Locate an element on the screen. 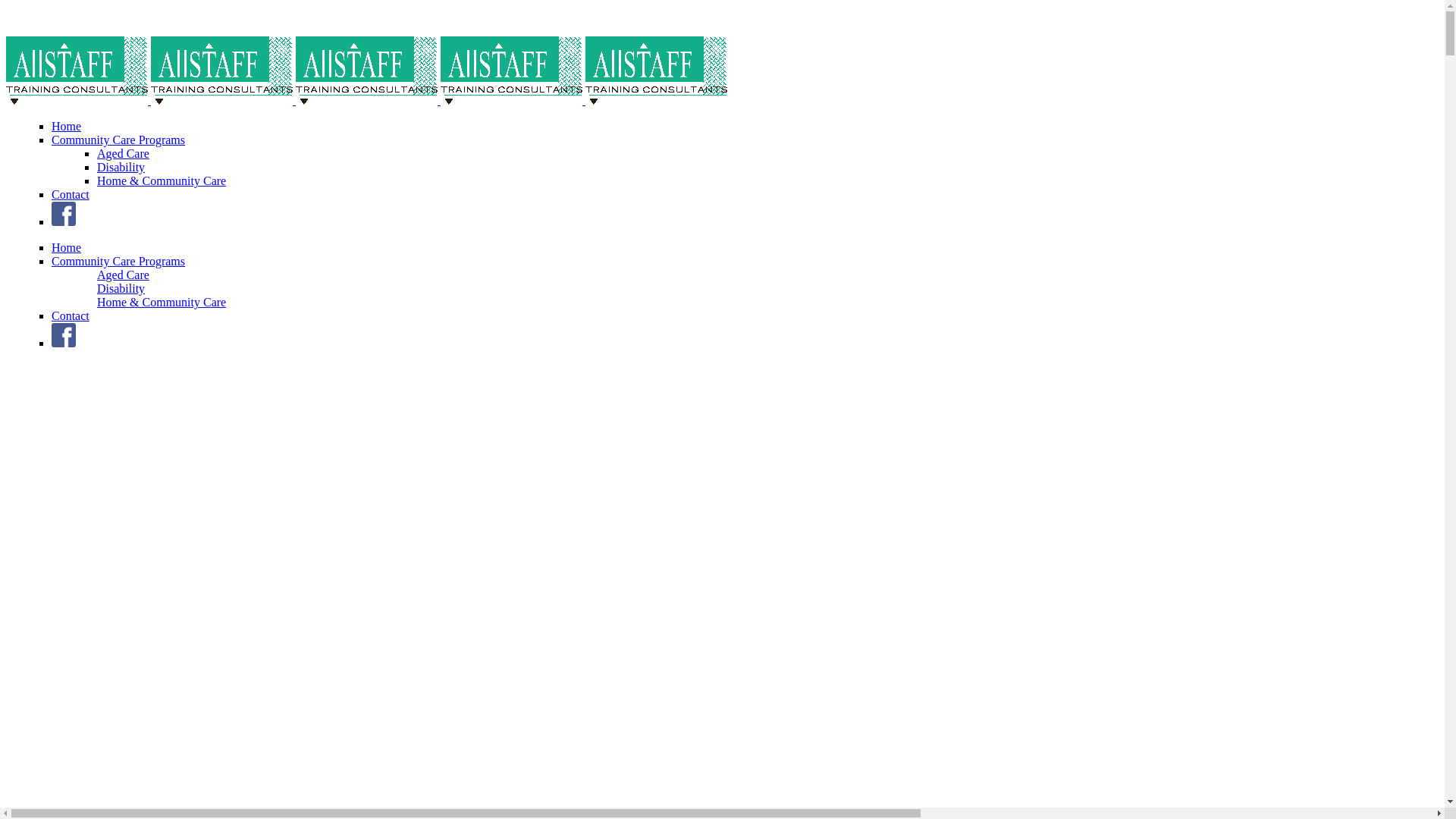 This screenshot has height=819, width=1456. 'Disability' is located at coordinates (120, 288).